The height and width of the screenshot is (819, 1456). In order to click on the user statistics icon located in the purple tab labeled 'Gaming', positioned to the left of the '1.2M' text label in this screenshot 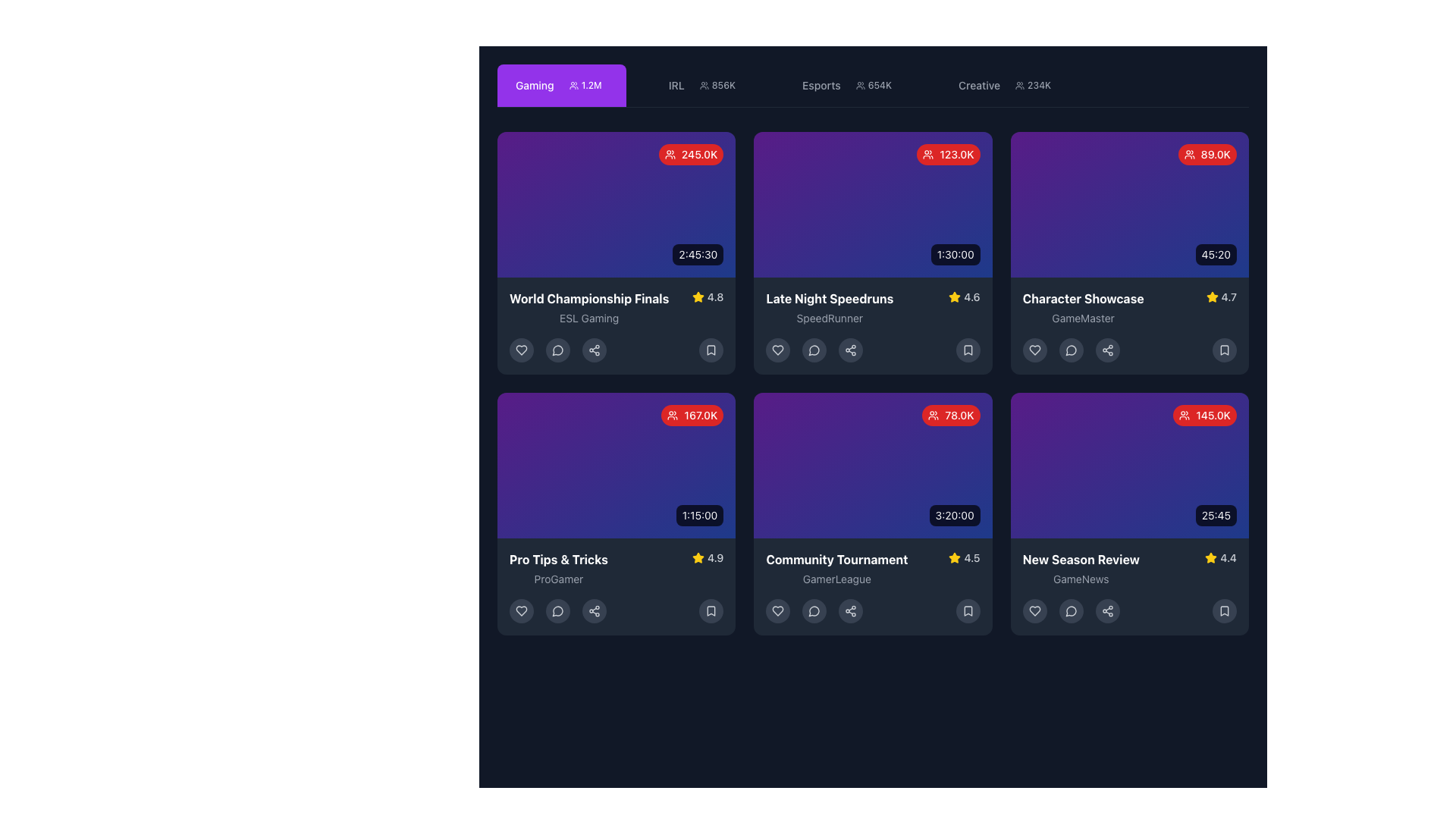, I will do `click(573, 85)`.